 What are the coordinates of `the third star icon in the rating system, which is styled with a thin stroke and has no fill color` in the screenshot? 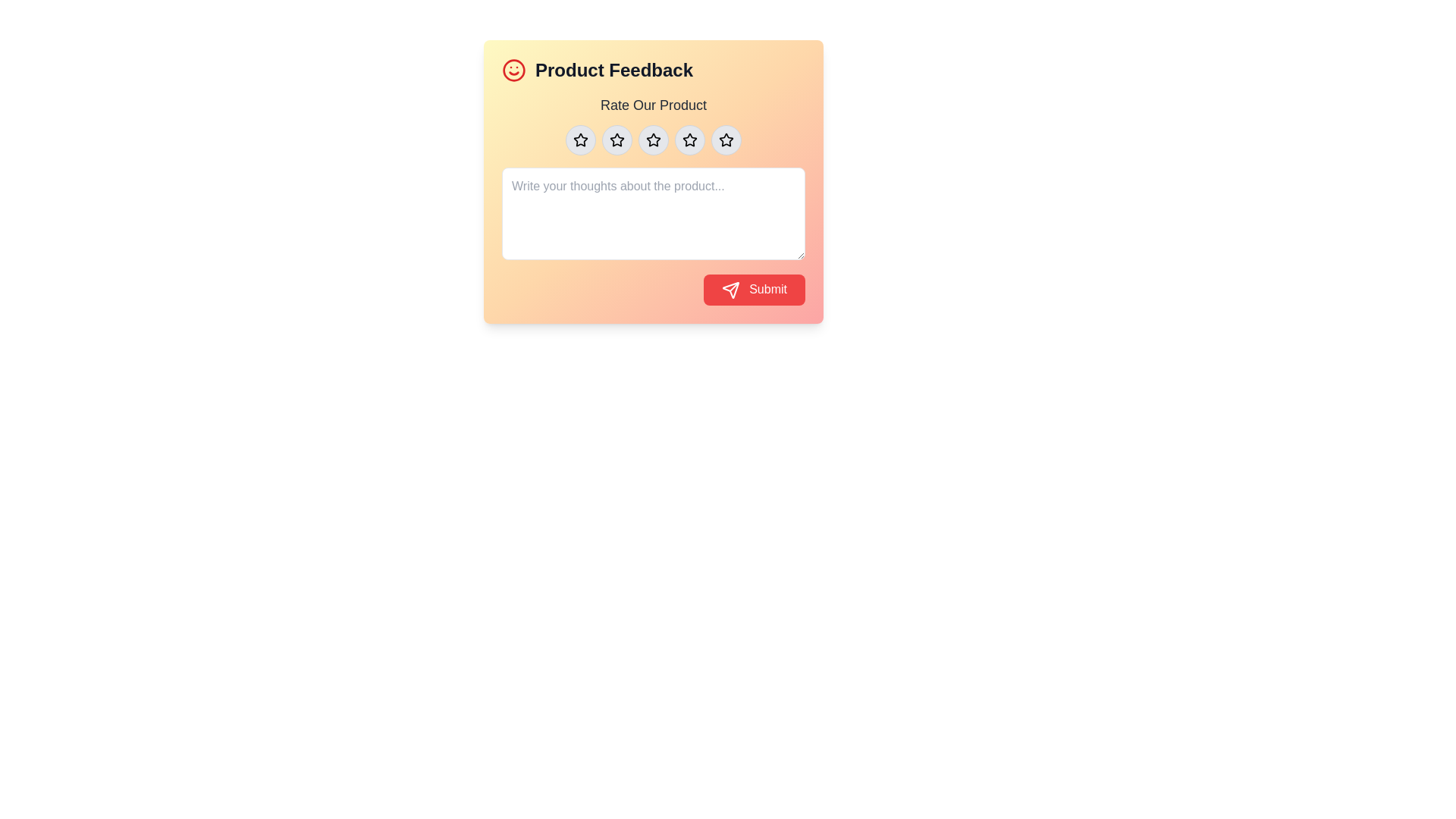 It's located at (617, 140).